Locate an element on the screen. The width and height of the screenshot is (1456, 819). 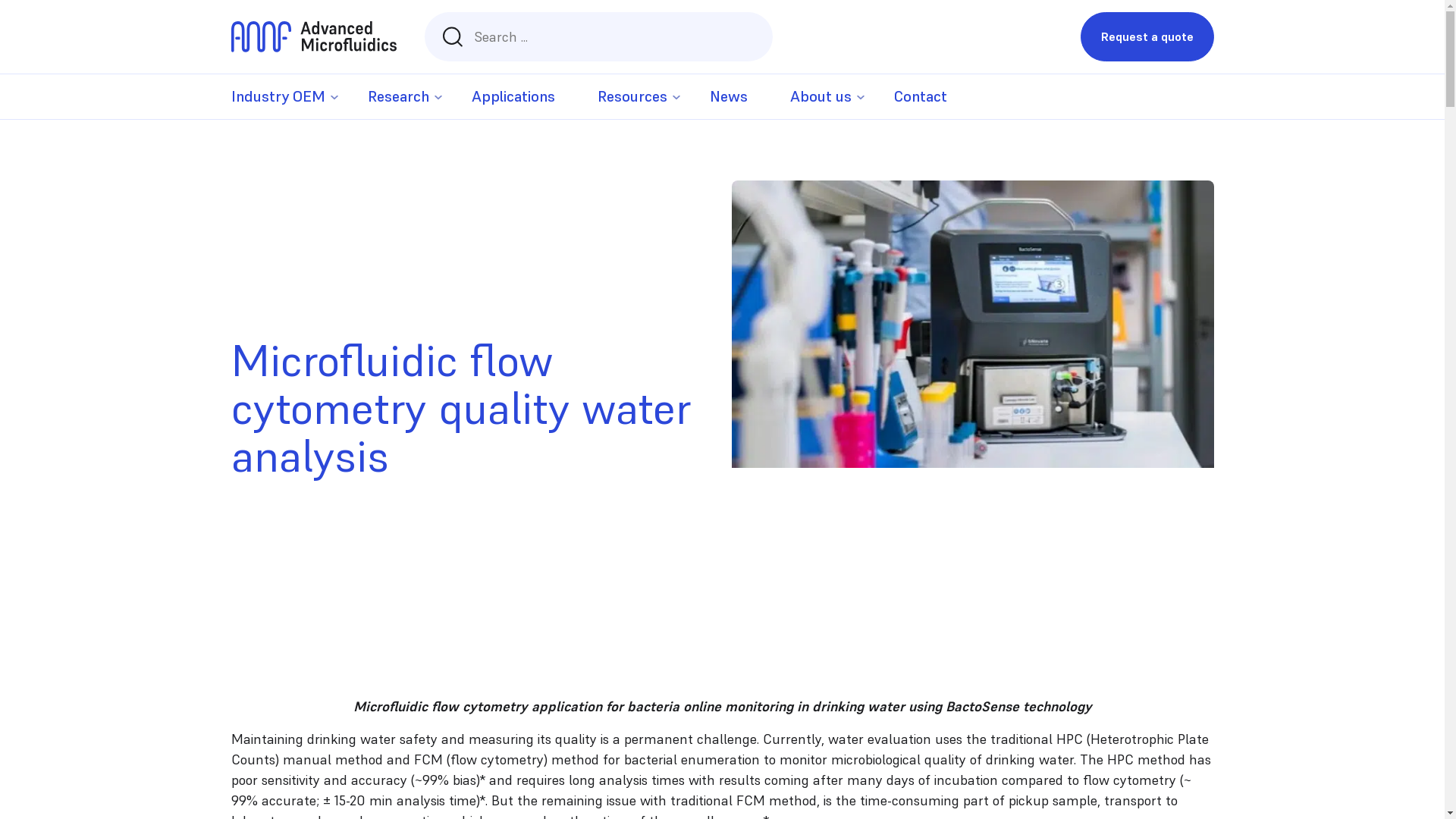
'Applications' is located at coordinates (513, 96).